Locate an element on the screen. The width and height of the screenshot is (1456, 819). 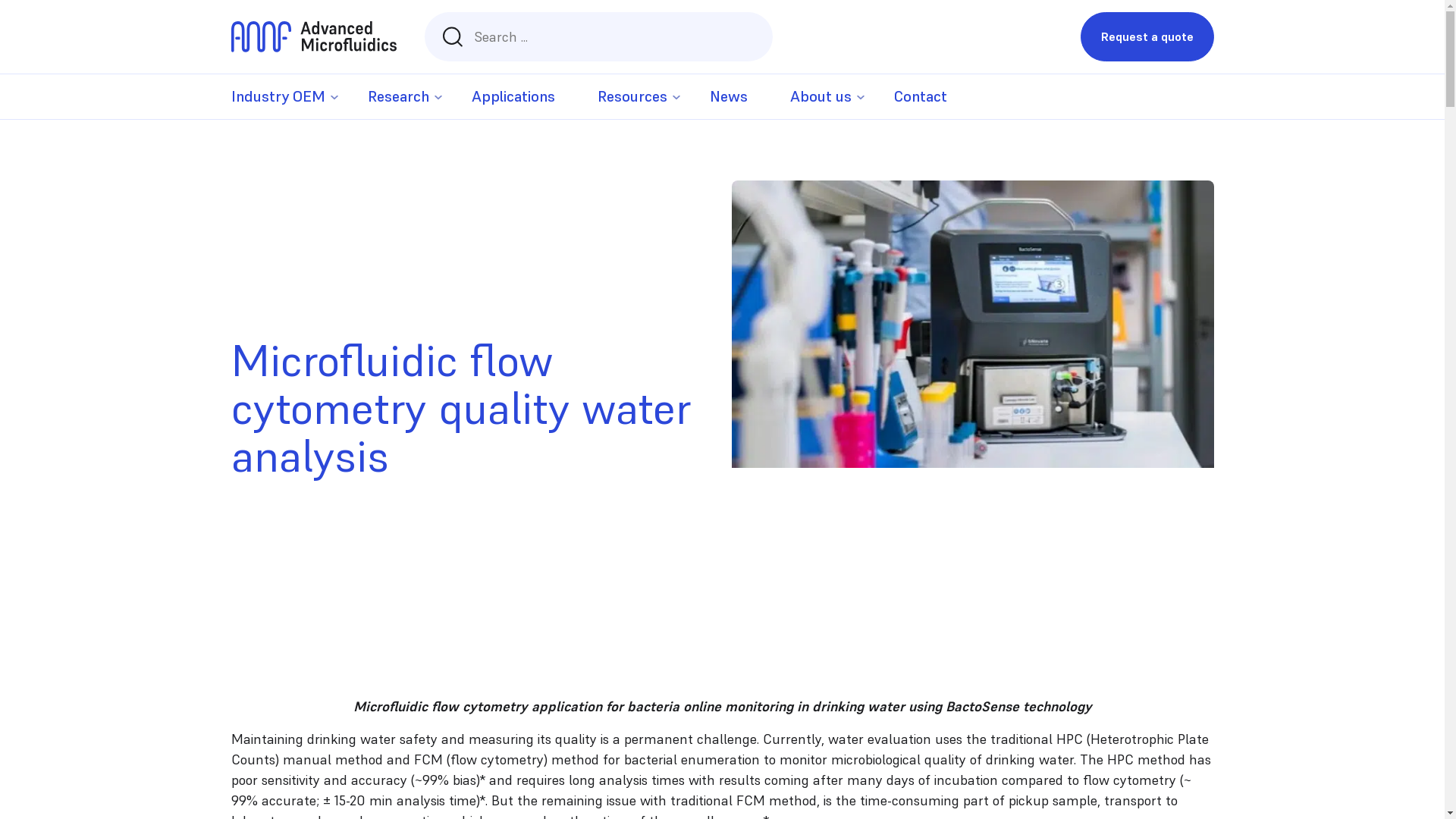
'Applications' is located at coordinates (513, 96).